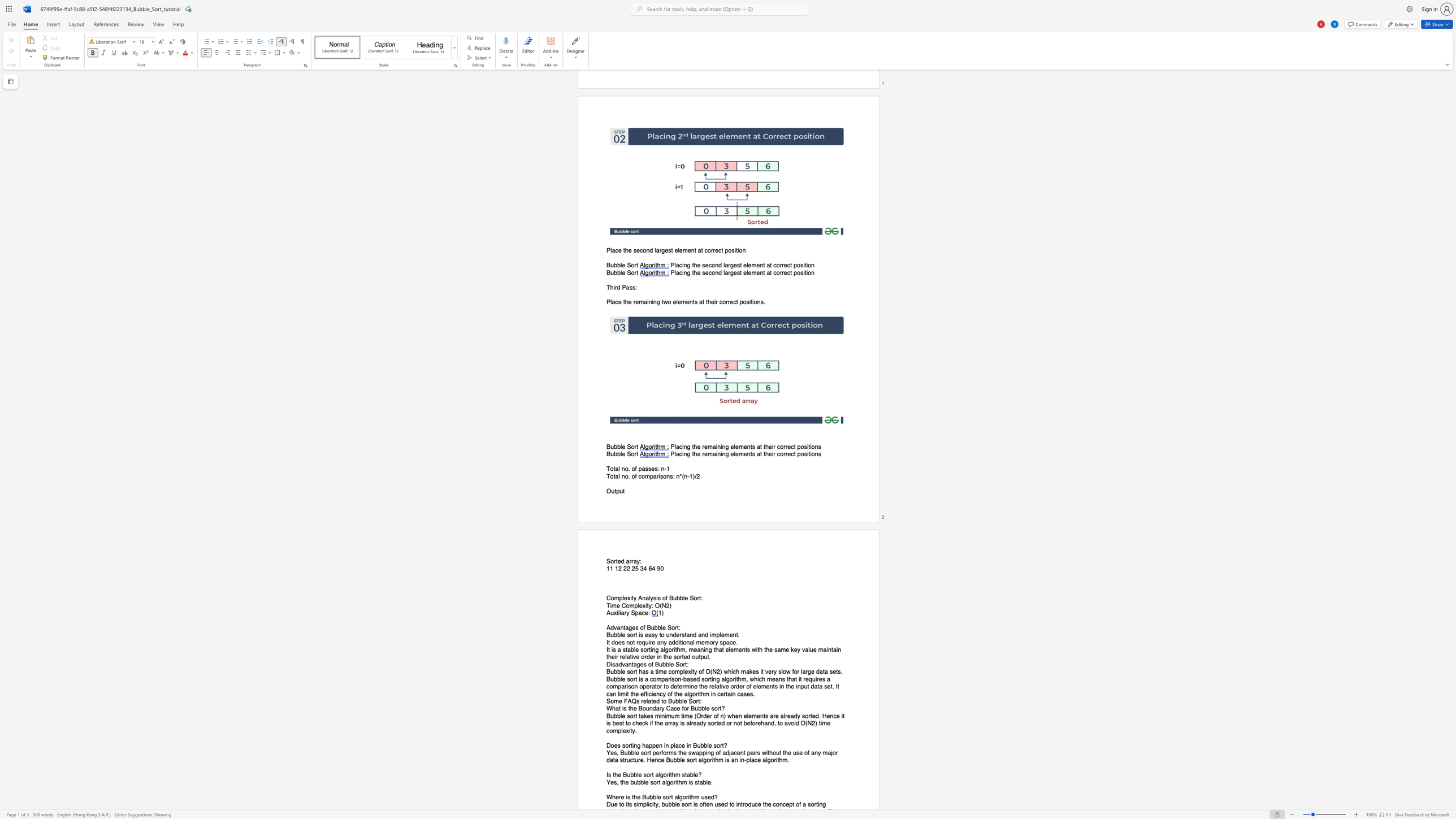 The image size is (1456, 819). What do you see at coordinates (733, 649) in the screenshot?
I see `the subset text "ments with the sam" within the text "It is a stable sorting algorithm, meaning that elements with the same key value"` at bounding box center [733, 649].